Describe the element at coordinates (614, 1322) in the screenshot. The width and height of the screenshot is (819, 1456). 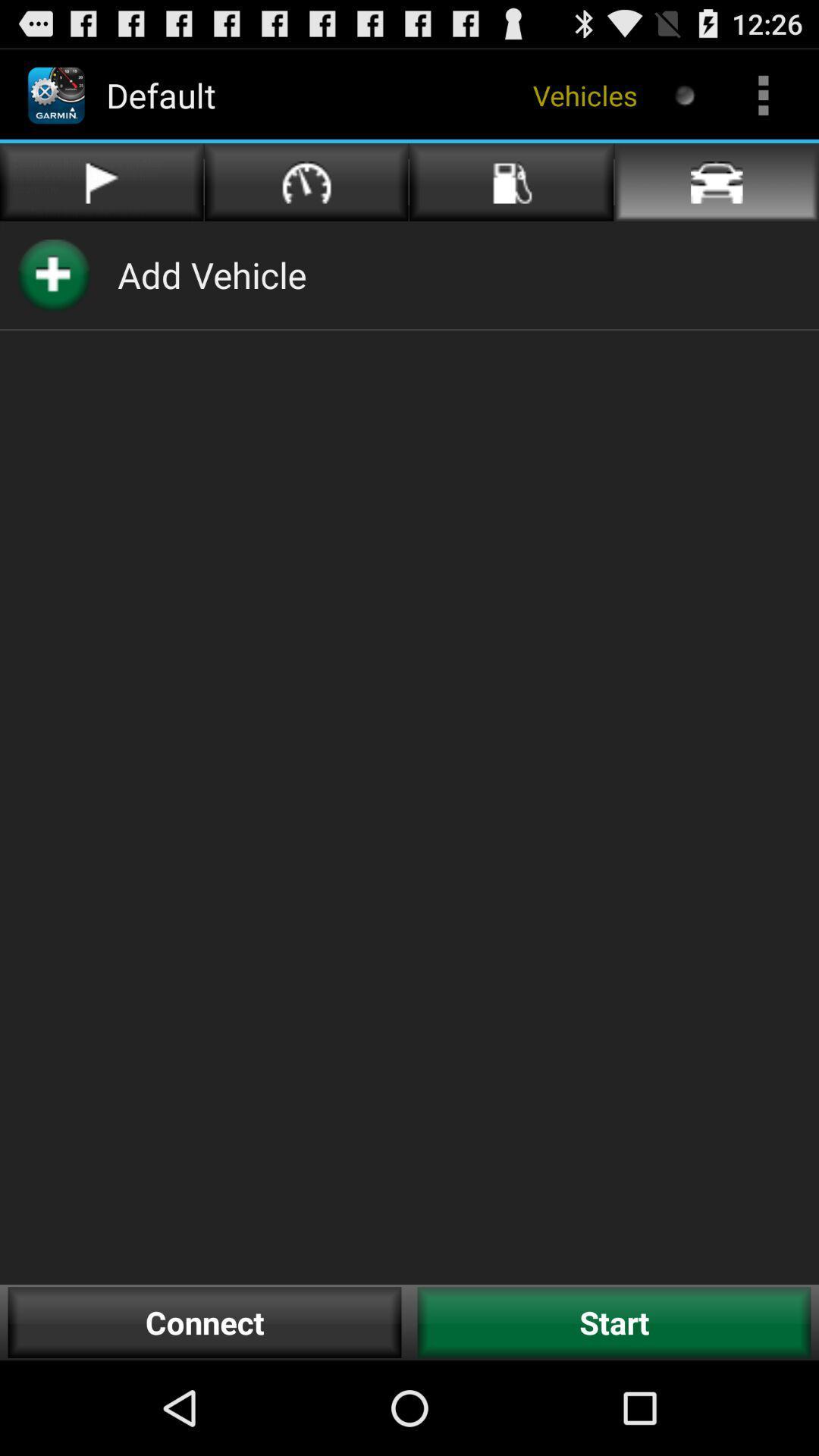
I see `item next to connect icon` at that location.